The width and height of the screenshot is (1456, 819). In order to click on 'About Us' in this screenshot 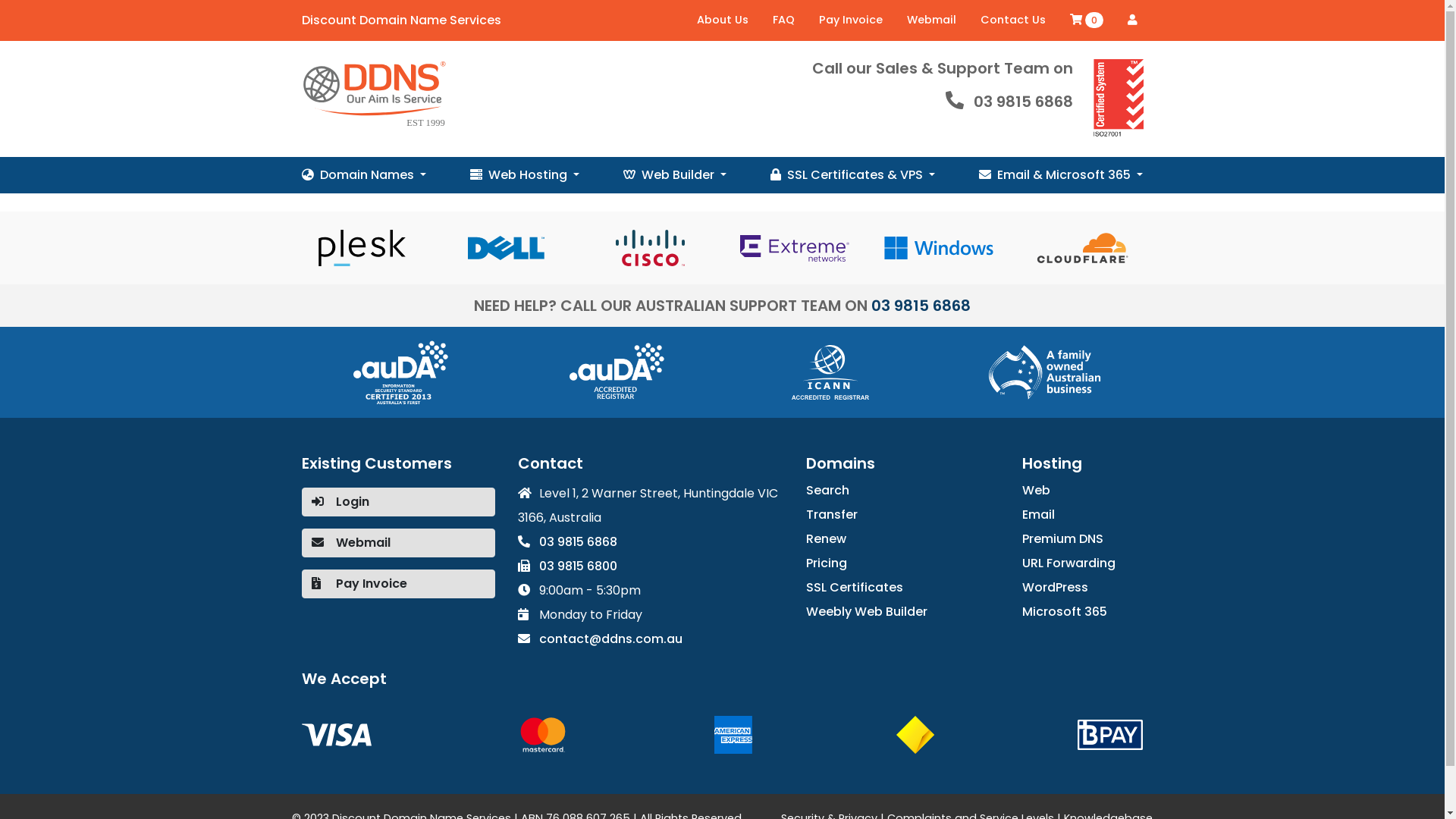, I will do `click(720, 20)`.